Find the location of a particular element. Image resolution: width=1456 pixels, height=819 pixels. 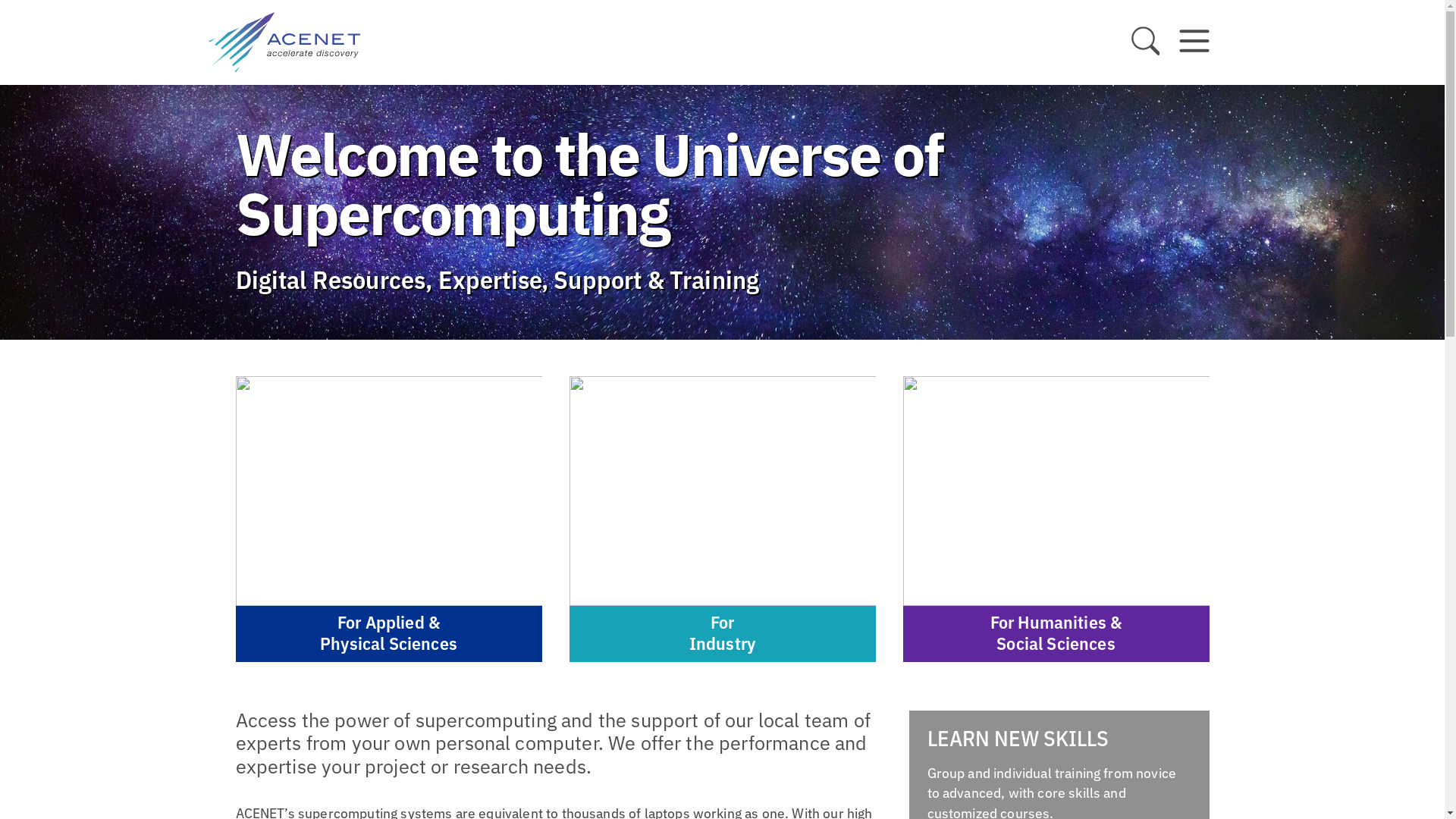

'For is located at coordinates (720, 518).